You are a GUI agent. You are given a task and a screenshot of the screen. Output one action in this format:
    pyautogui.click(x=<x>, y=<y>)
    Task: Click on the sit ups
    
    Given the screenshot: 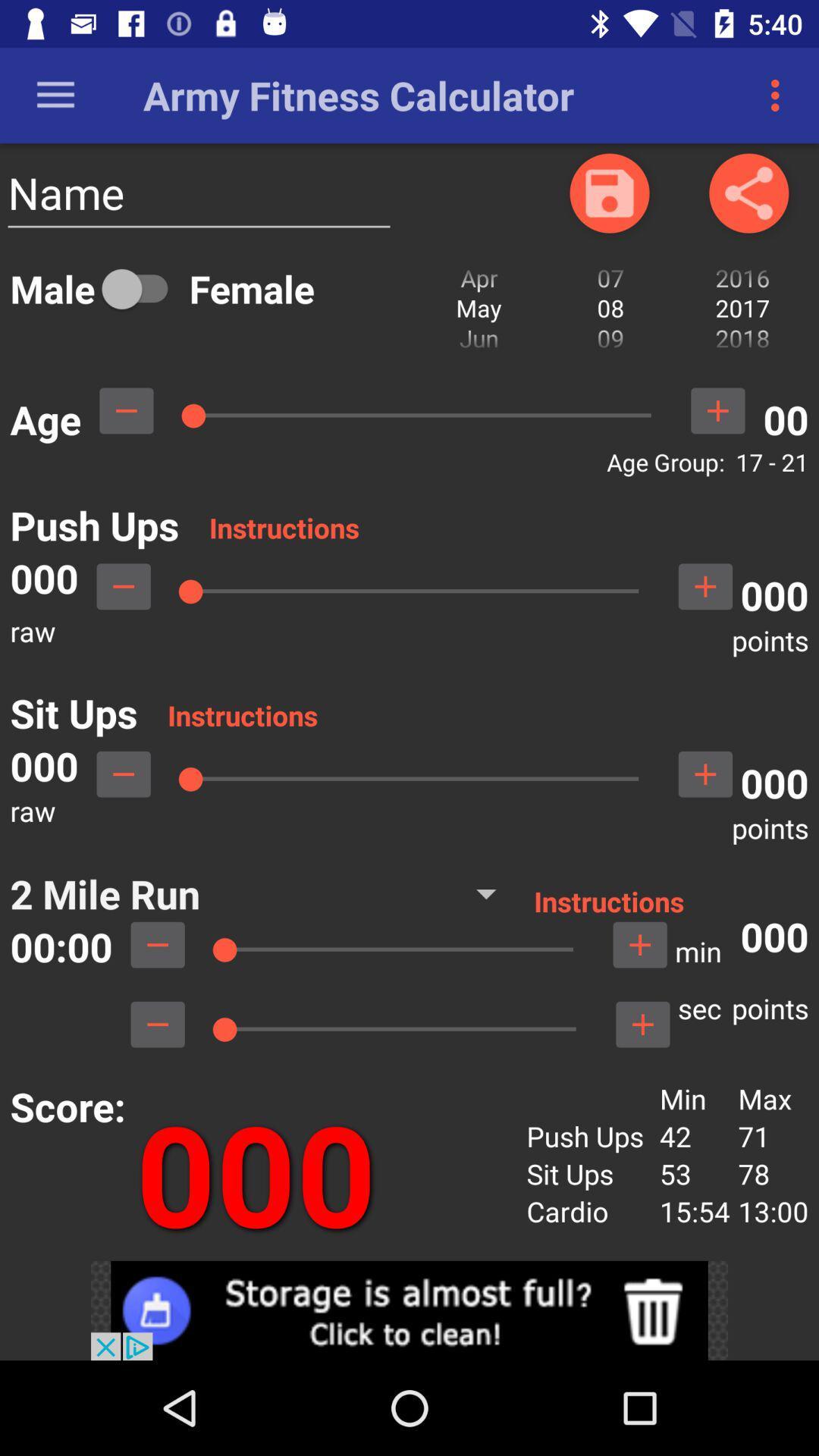 What is the action you would take?
    pyautogui.click(x=123, y=774)
    